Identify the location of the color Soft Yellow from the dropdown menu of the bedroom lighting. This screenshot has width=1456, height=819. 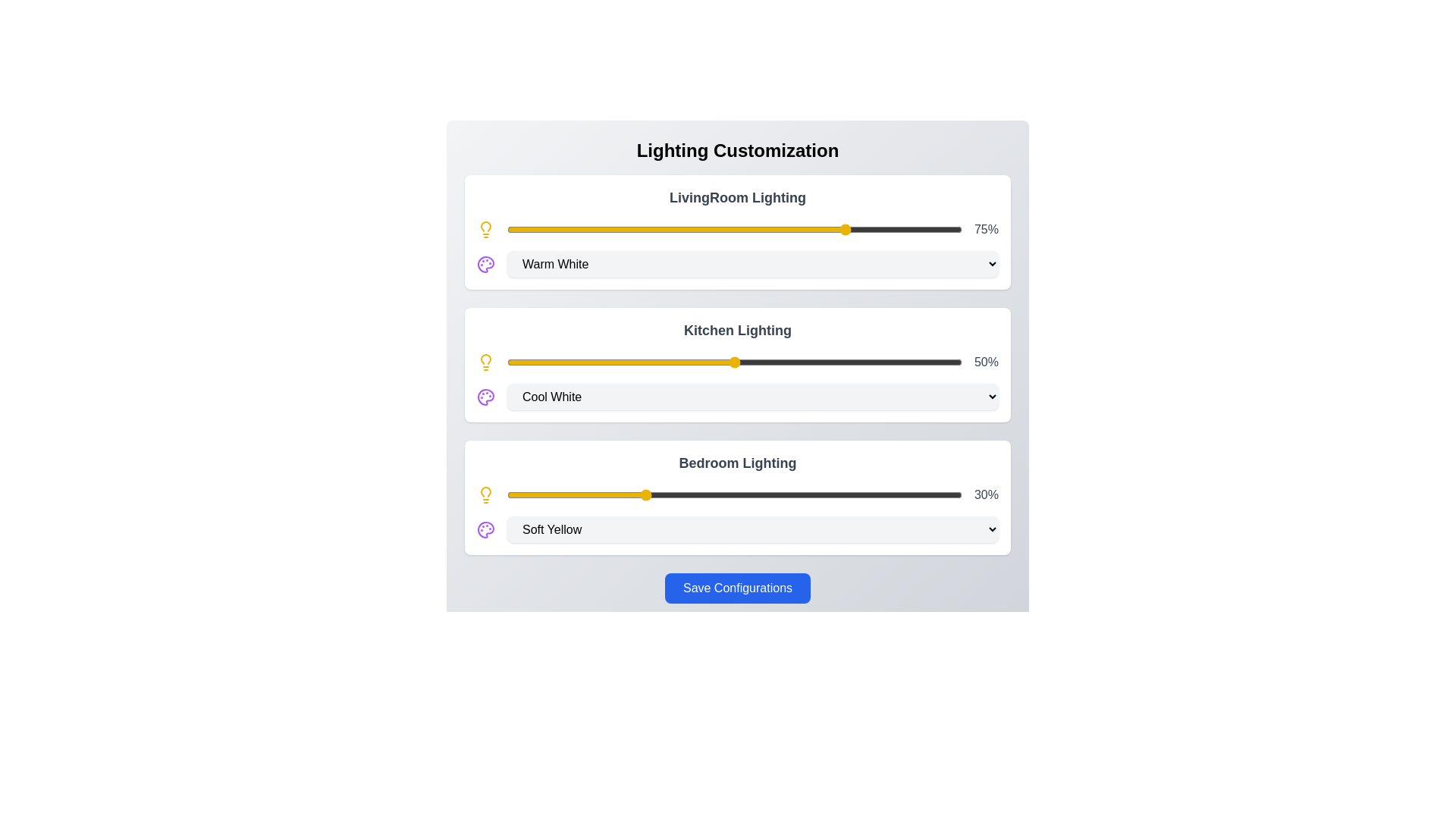
(753, 529).